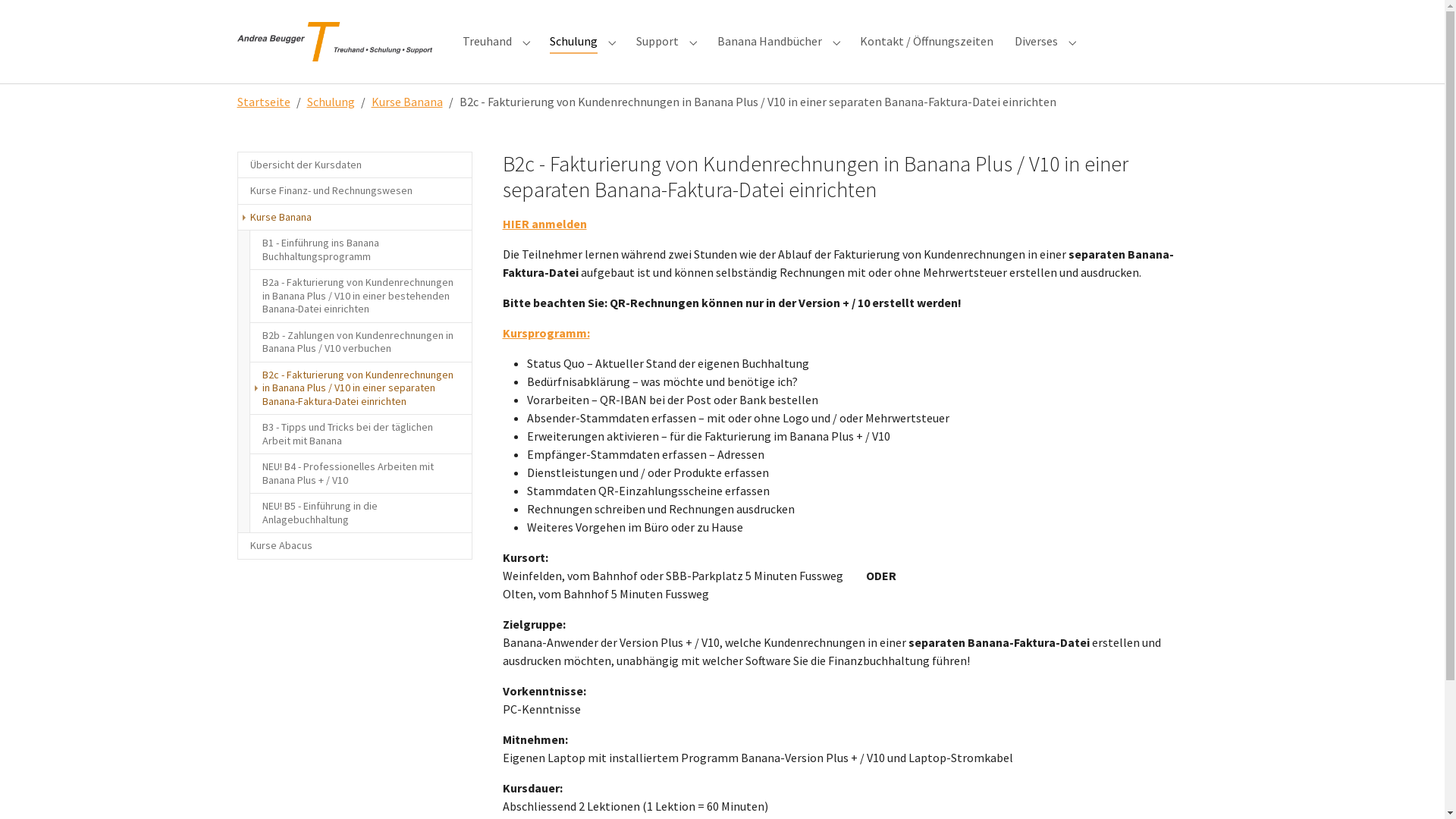  Describe the element at coordinates (1035, 40) in the screenshot. I see `'Diverses'` at that location.